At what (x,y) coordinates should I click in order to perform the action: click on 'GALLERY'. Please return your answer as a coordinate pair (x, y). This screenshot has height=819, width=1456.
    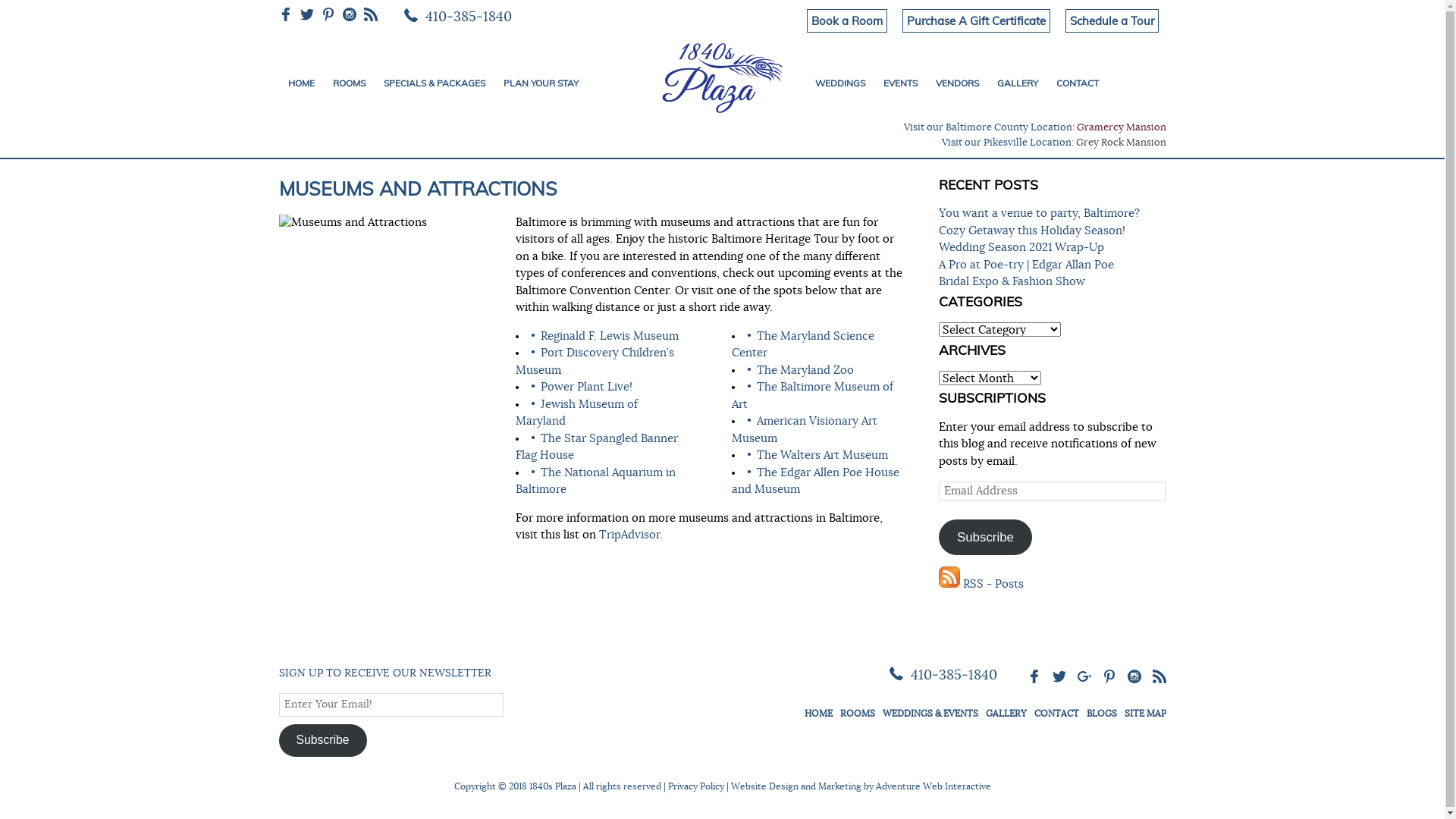
    Looking at the image, I should click on (1016, 83).